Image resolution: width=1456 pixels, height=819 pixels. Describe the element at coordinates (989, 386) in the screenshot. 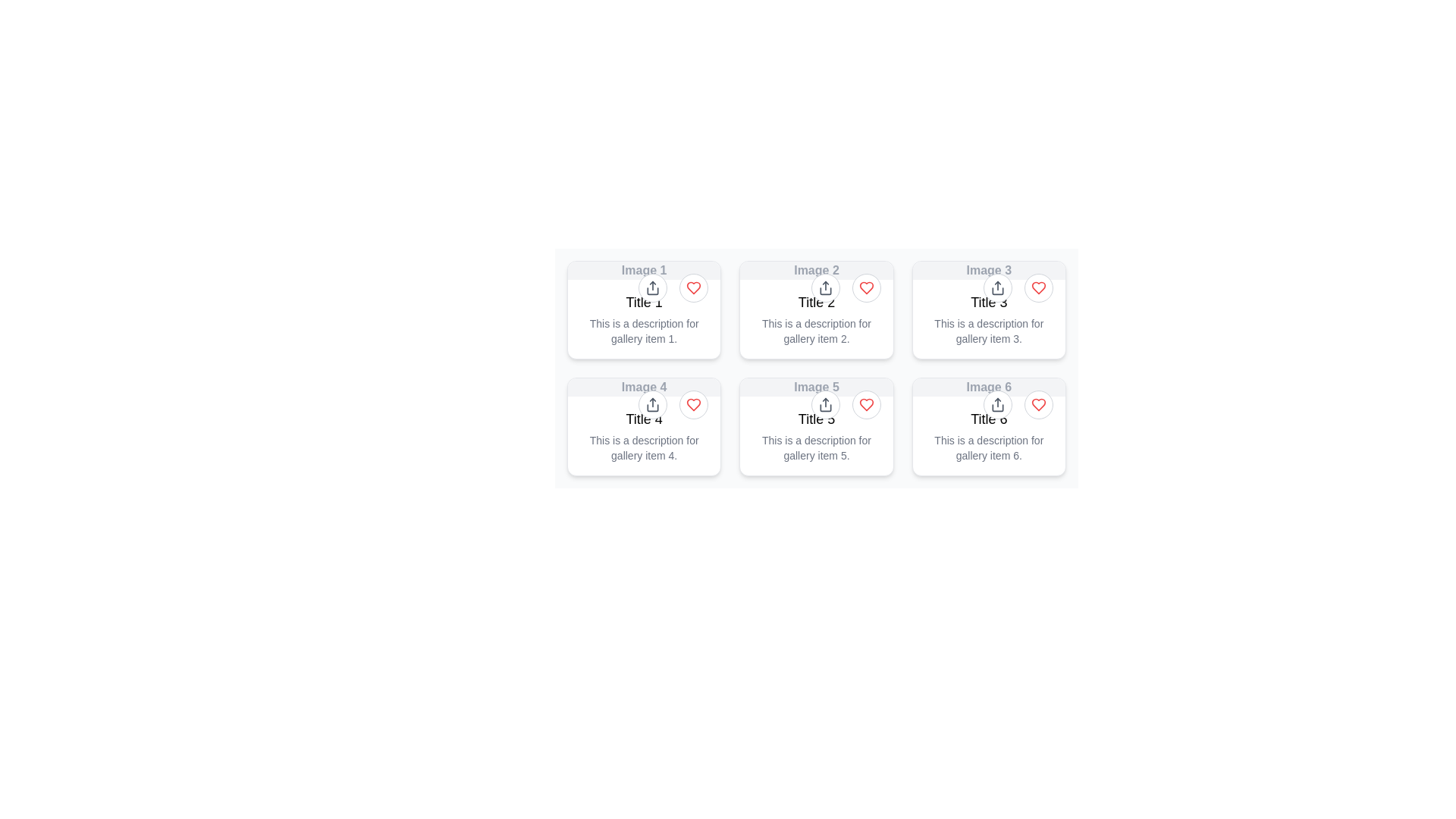

I see `the text label in the sixth gallery card located at the bottom-right corner` at that location.